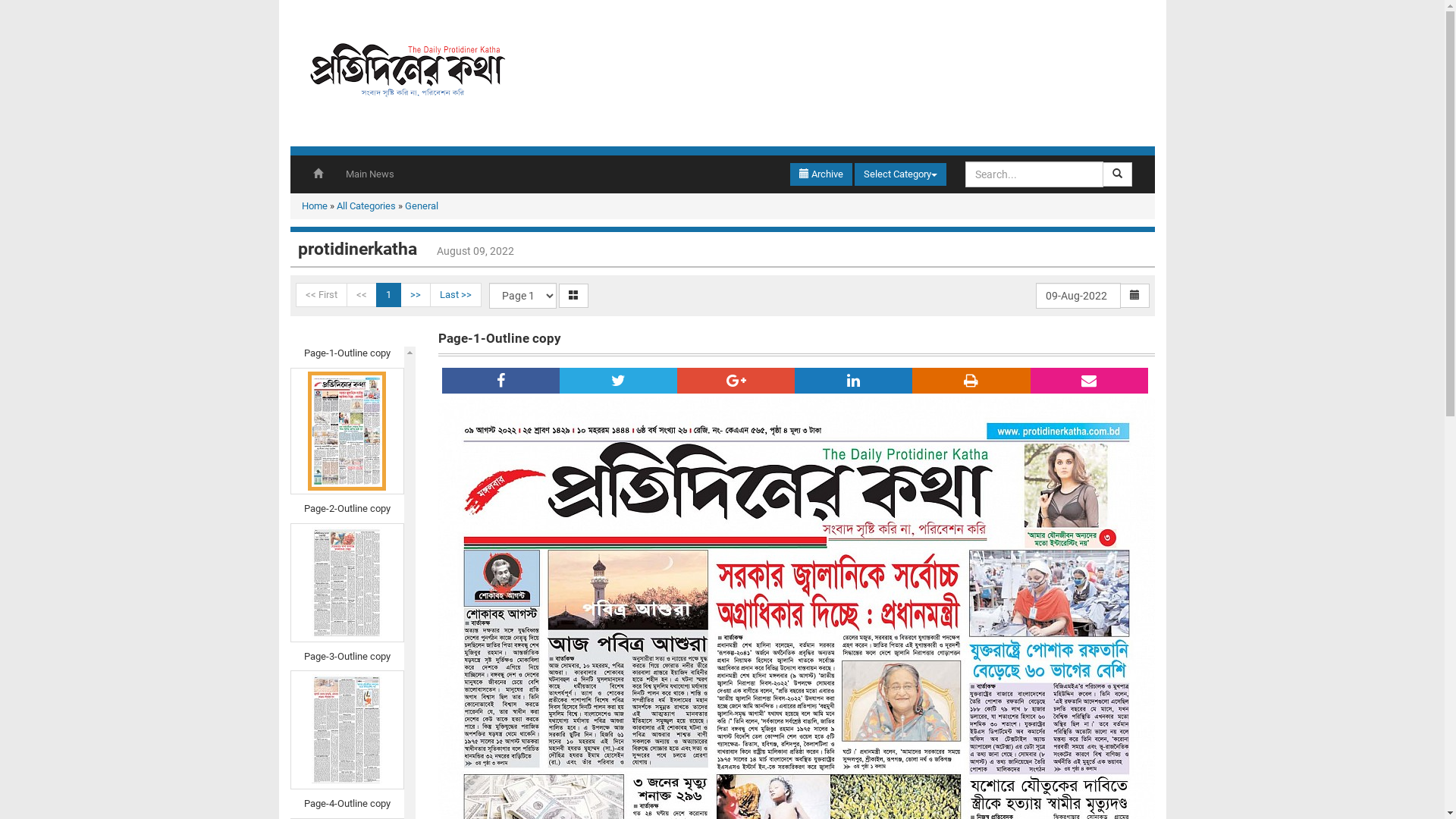 The height and width of the screenshot is (819, 1456). I want to click on 'Archive', so click(821, 174).